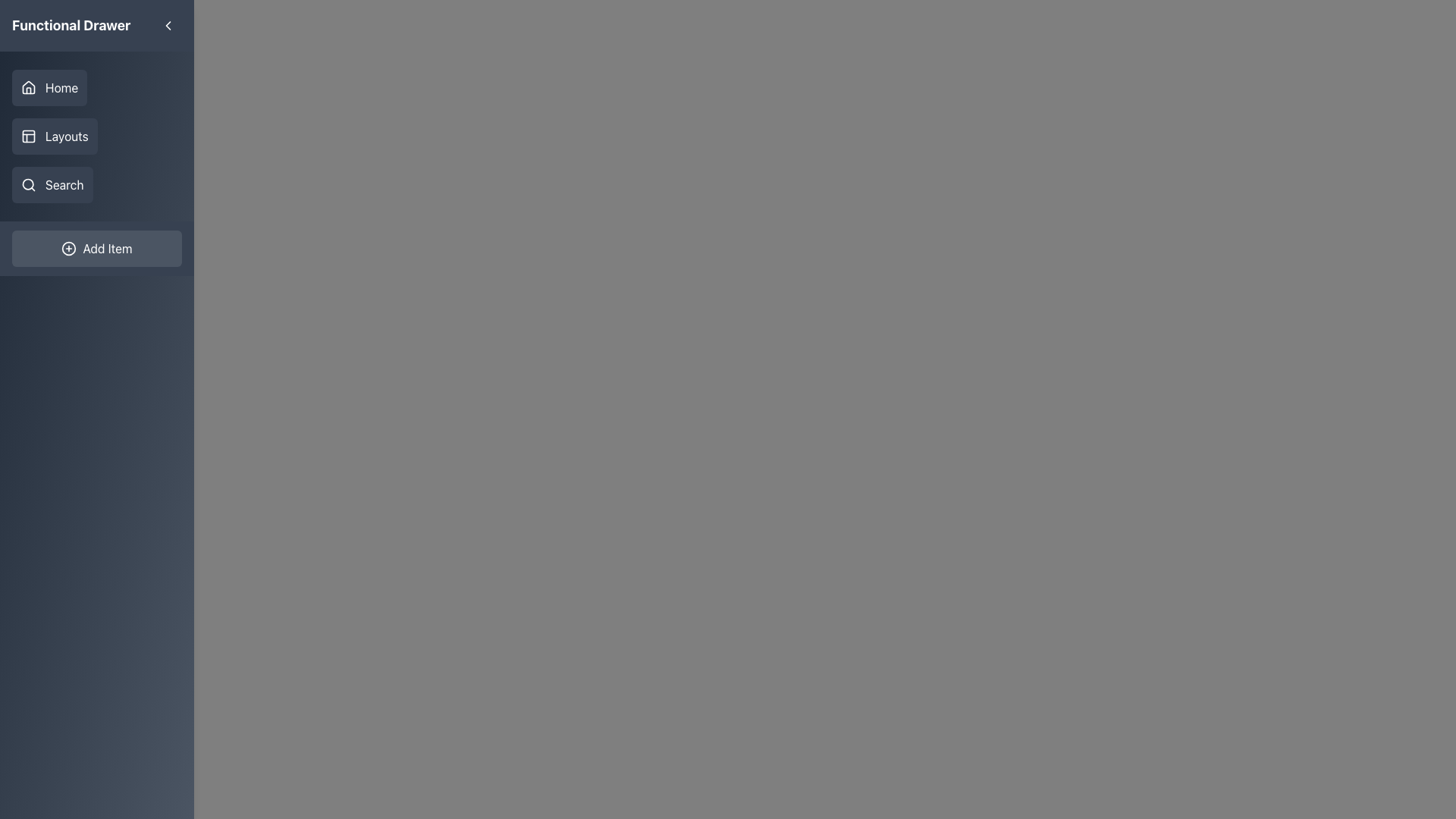 This screenshot has width=1456, height=819. What do you see at coordinates (61, 87) in the screenshot?
I see `'Home' text label displayed in white color within the 'Functional Drawer' navigation menu` at bounding box center [61, 87].